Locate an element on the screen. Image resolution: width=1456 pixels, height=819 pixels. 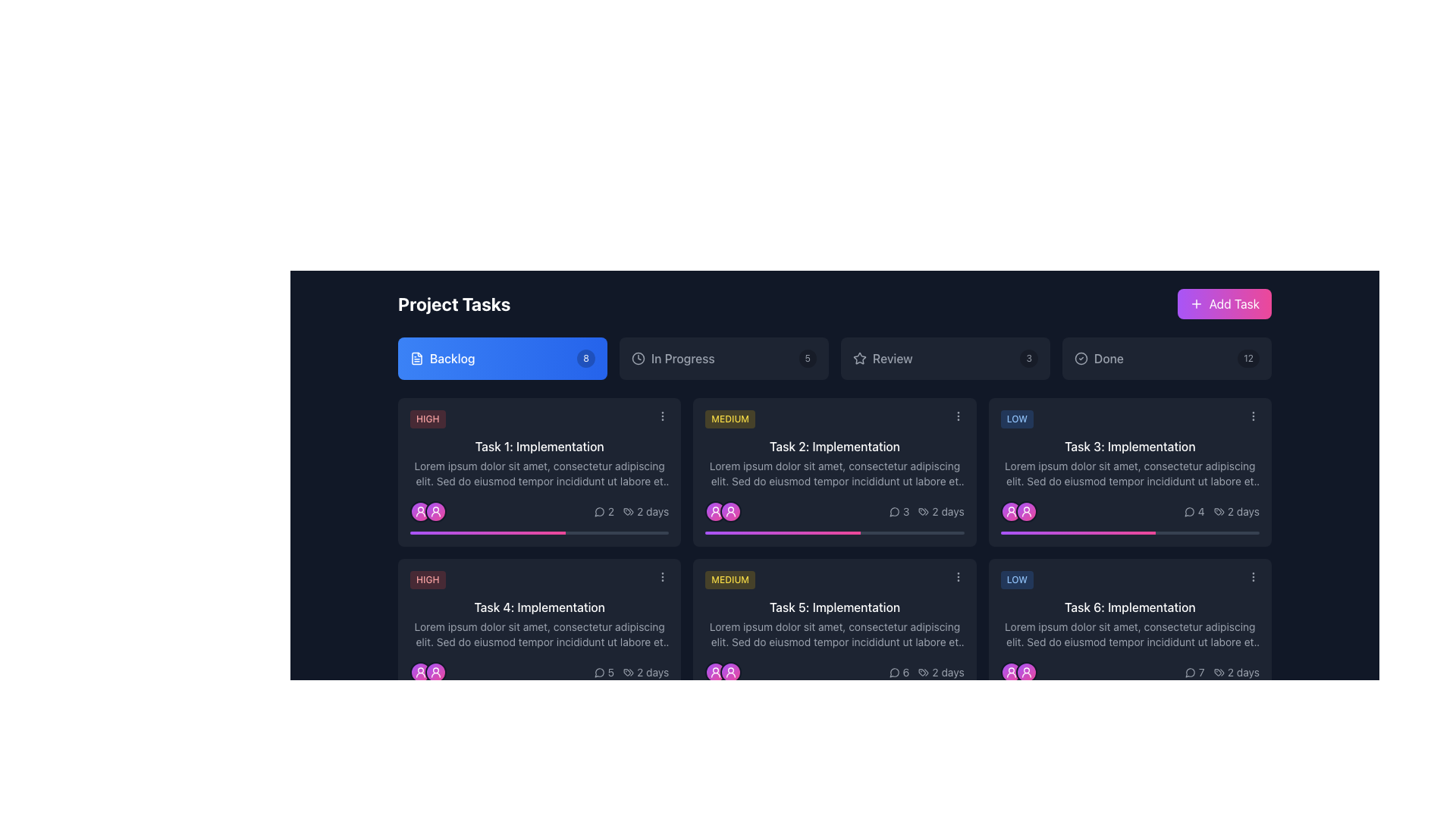
the Avatar icon, which is a circular icon with a gradient background transitioning from purple to pink, a white border, and a white user silhouette icon in the center is located at coordinates (421, 512).